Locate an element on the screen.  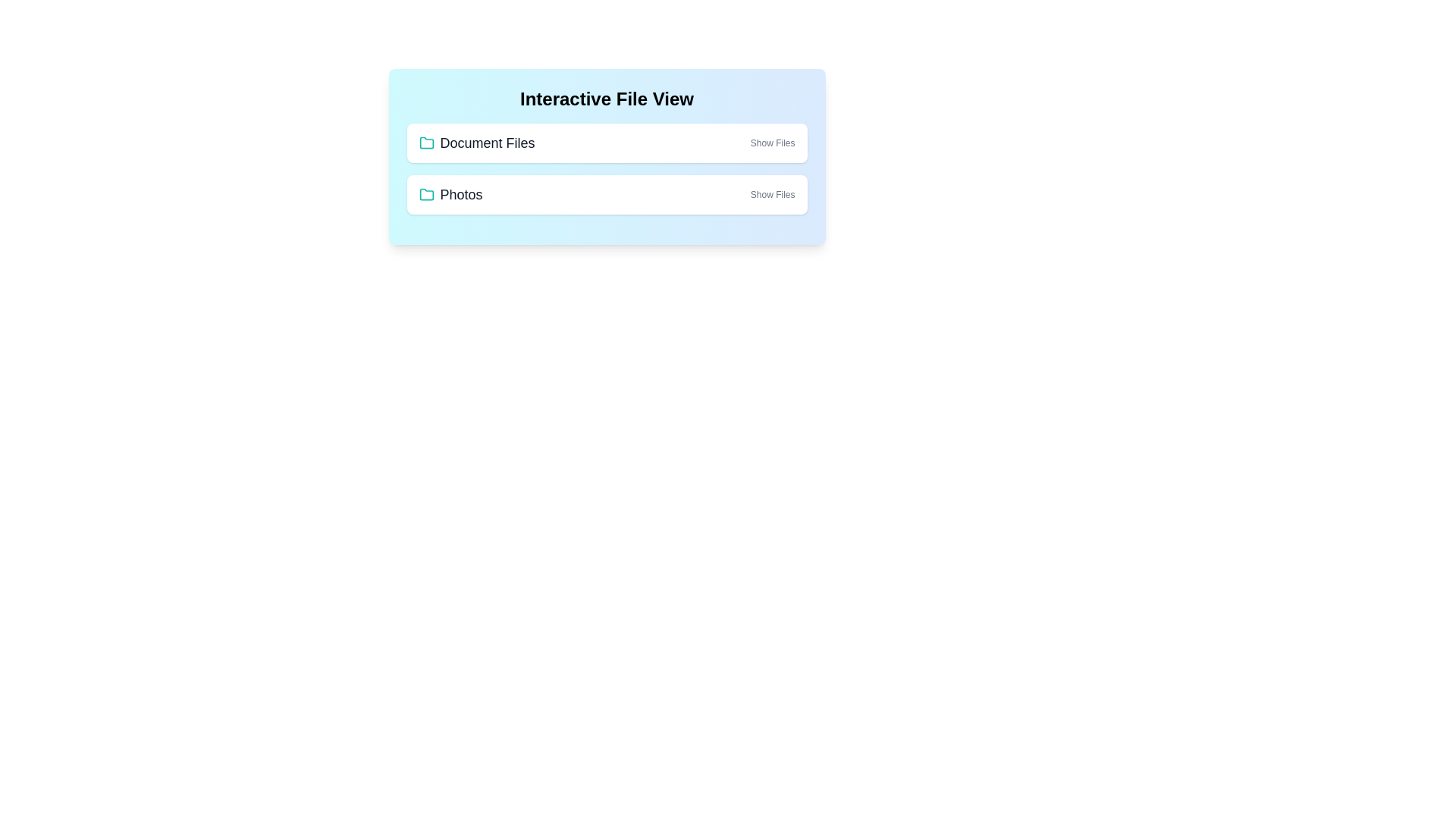
the 'Show Files' button for the folder titled 'Document Files' is located at coordinates (772, 143).